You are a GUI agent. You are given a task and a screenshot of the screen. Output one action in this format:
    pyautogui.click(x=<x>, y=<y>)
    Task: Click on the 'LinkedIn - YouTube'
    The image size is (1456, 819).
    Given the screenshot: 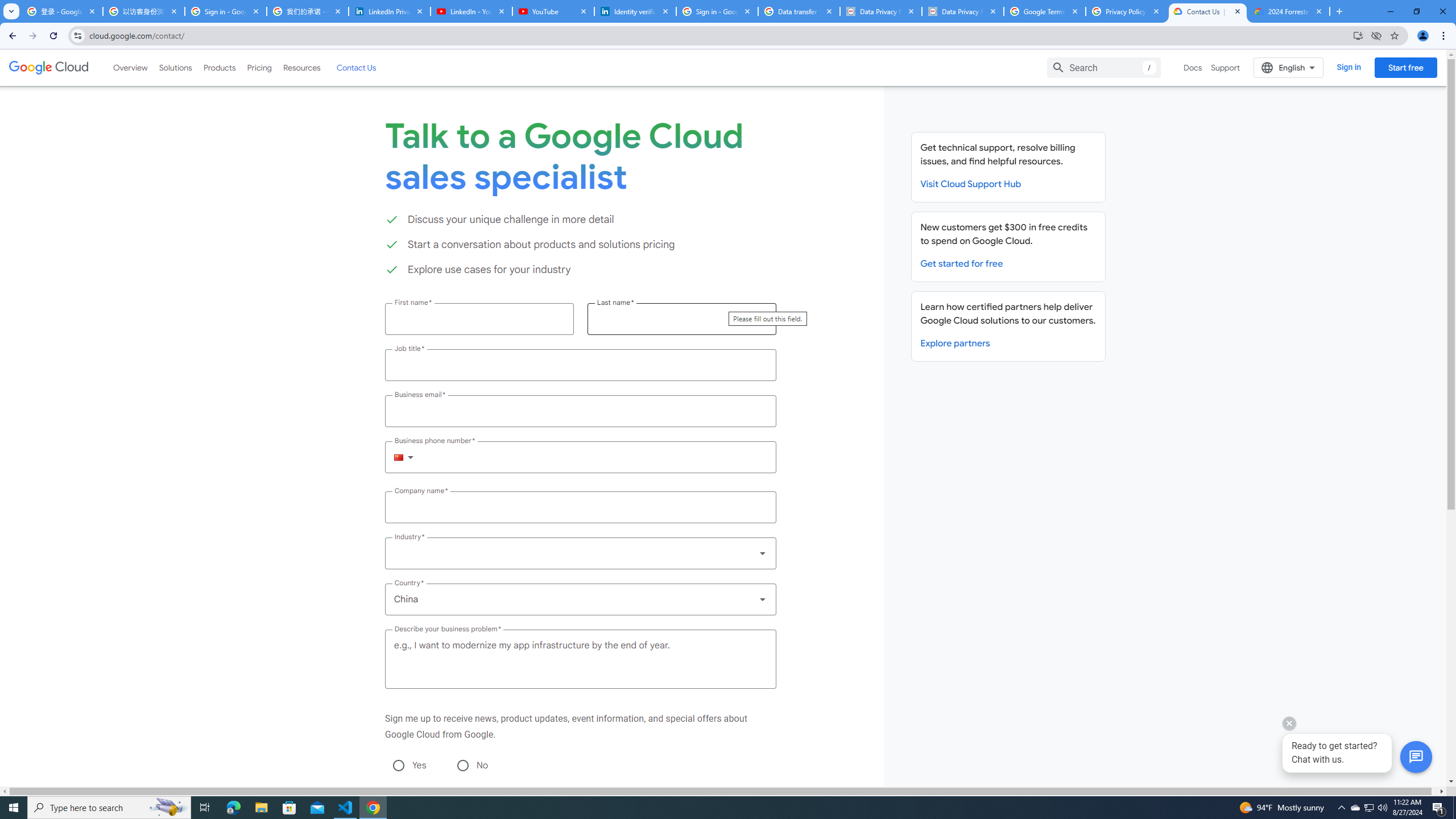 What is the action you would take?
    pyautogui.click(x=470, y=11)
    